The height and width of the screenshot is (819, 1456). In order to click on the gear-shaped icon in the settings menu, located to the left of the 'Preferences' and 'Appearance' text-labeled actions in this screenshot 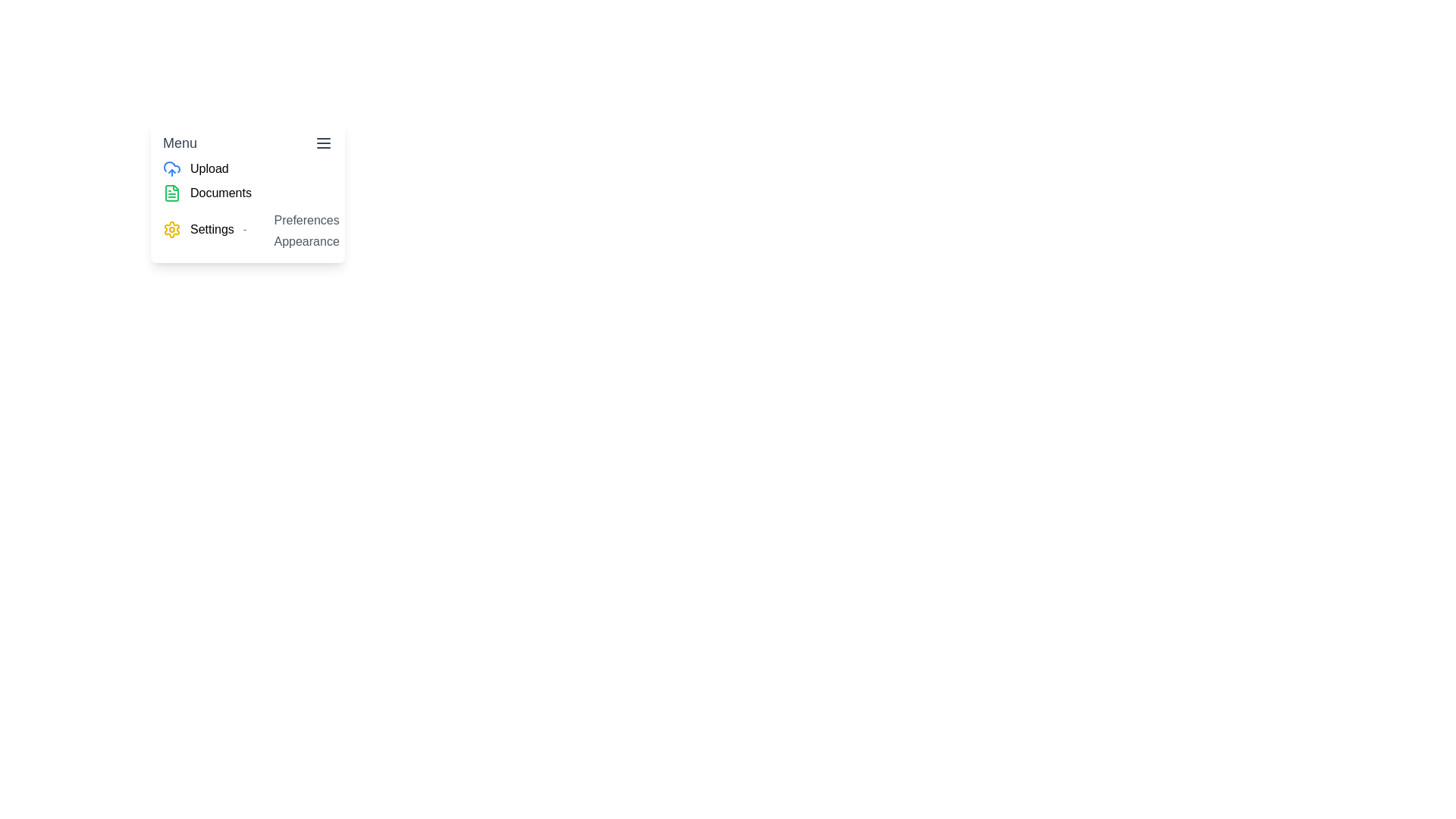, I will do `click(171, 230)`.